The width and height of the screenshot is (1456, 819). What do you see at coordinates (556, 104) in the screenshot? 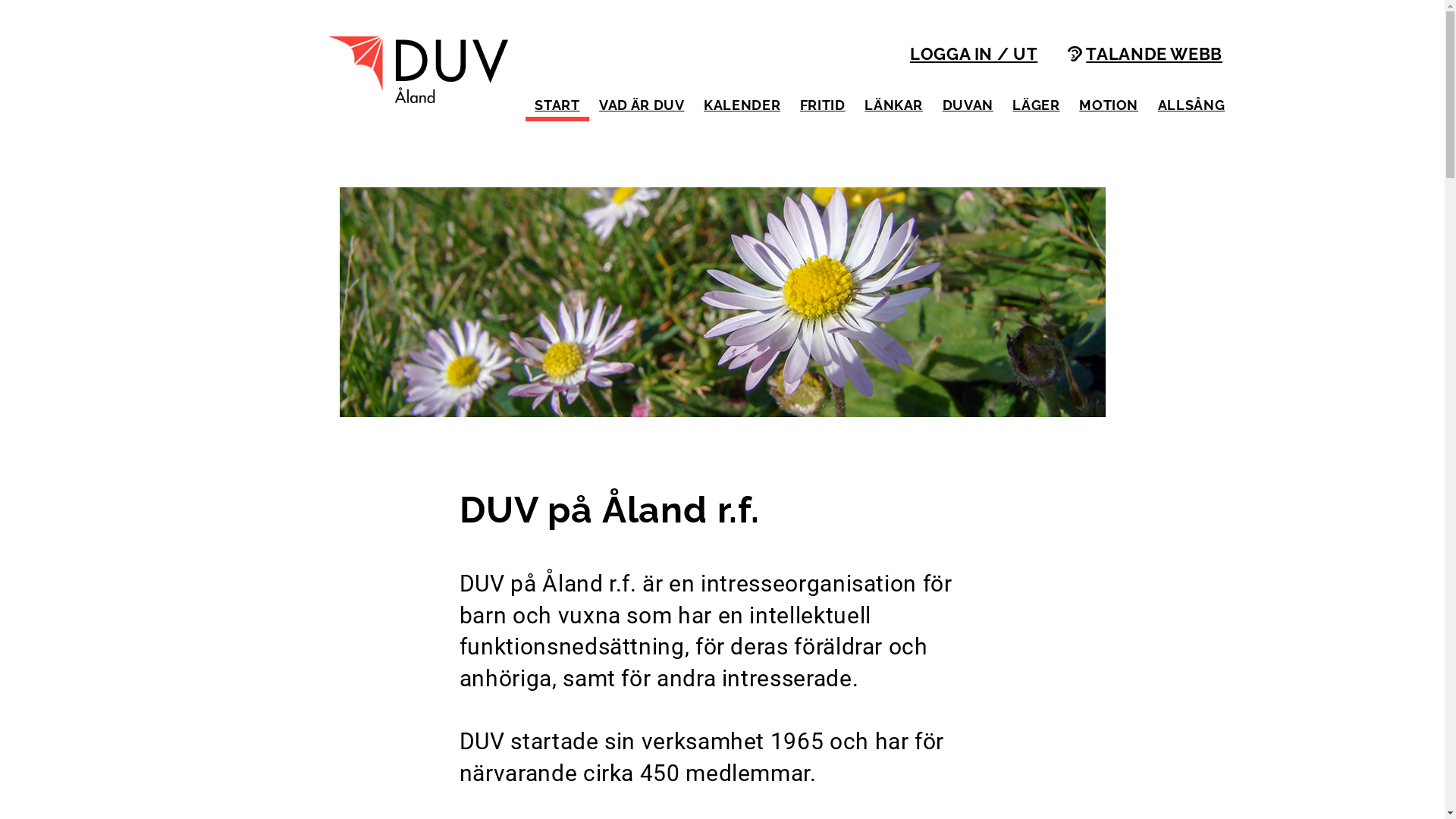
I see `'START'` at bounding box center [556, 104].